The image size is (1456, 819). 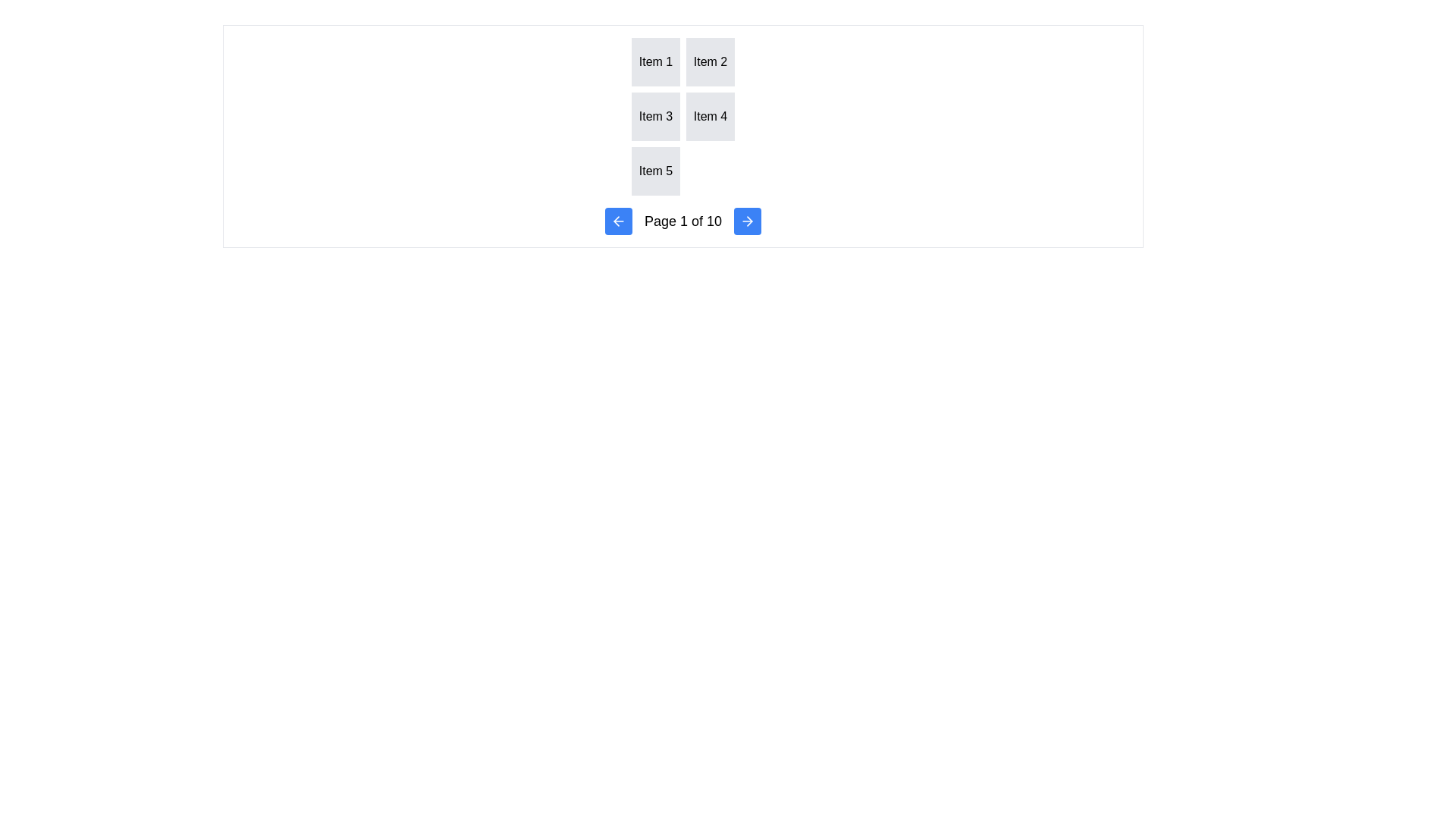 What do you see at coordinates (748, 221) in the screenshot?
I see `the blue rightward arrow button with a white arrow icon in the center, located in the bottom-right corner of the control panel` at bounding box center [748, 221].